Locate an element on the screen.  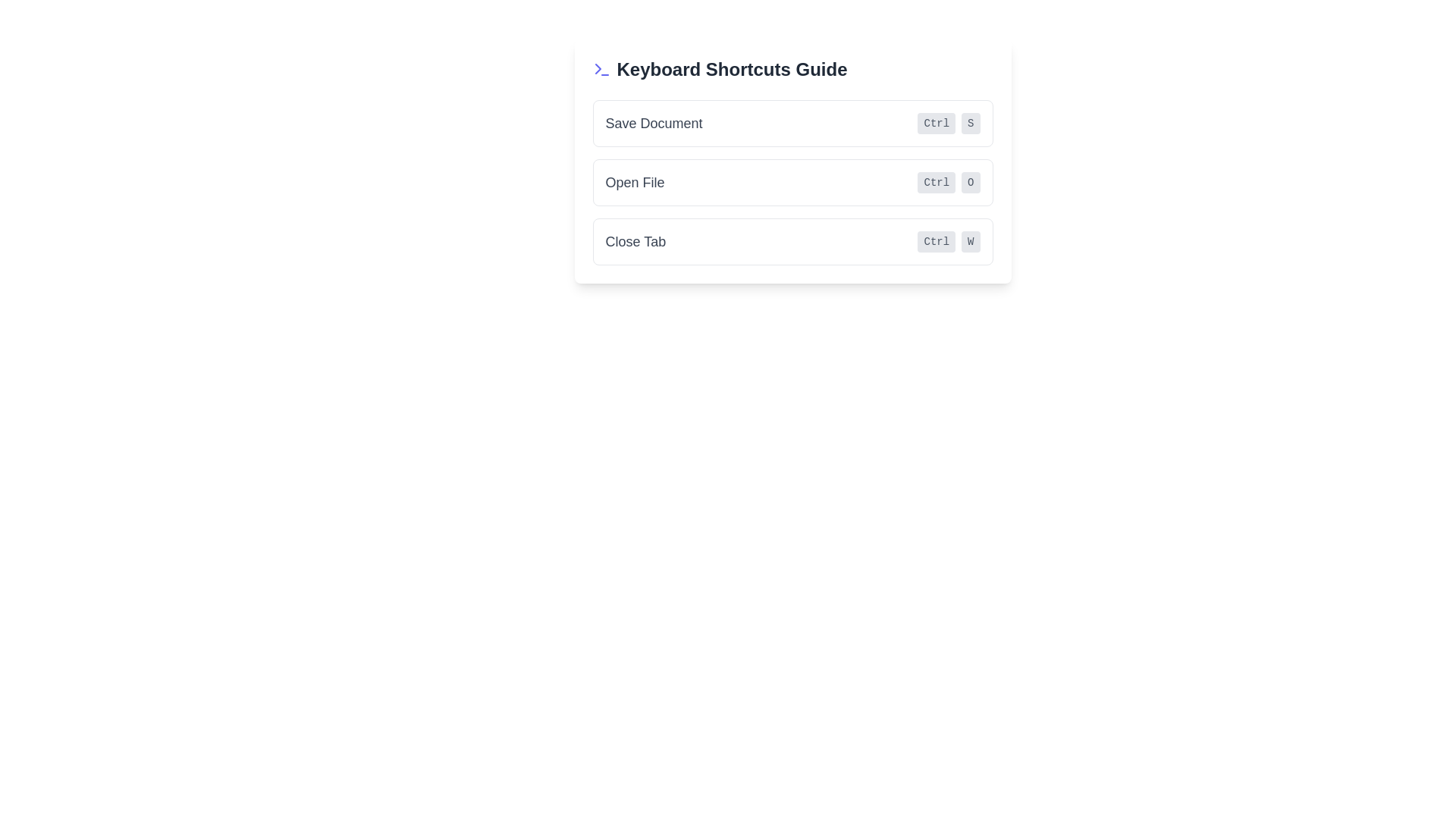
the Keyboard Shortcut Display indicating 'Ctrl + O' for the 'Open File' action, which is located to the right of the 'Open File' label is located at coordinates (948, 181).